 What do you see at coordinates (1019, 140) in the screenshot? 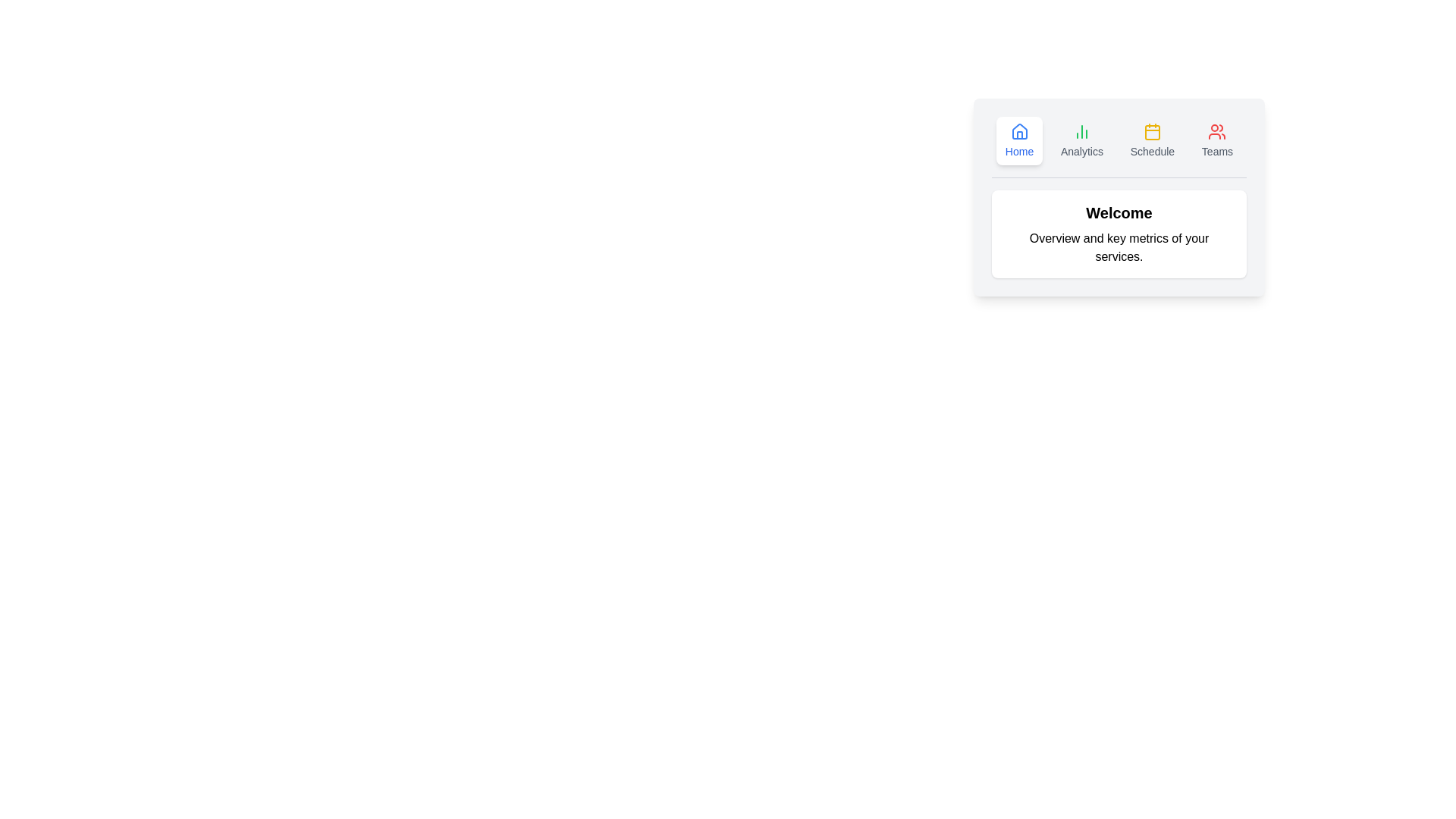
I see `the leftmost navigation button in the upper section of the card-like component` at bounding box center [1019, 140].